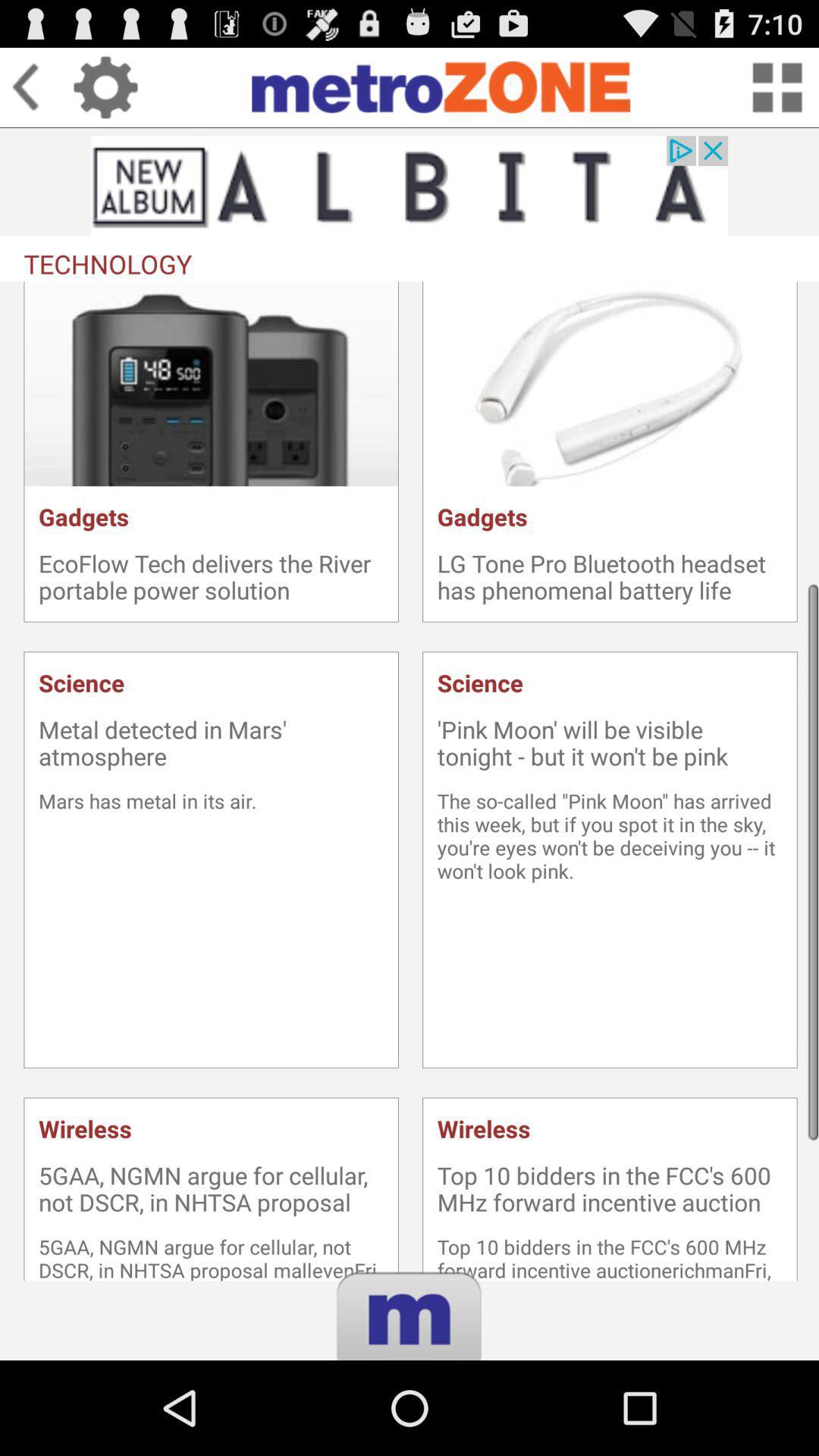 Image resolution: width=819 pixels, height=1456 pixels. I want to click on the arrow_backward icon, so click(41, 93).